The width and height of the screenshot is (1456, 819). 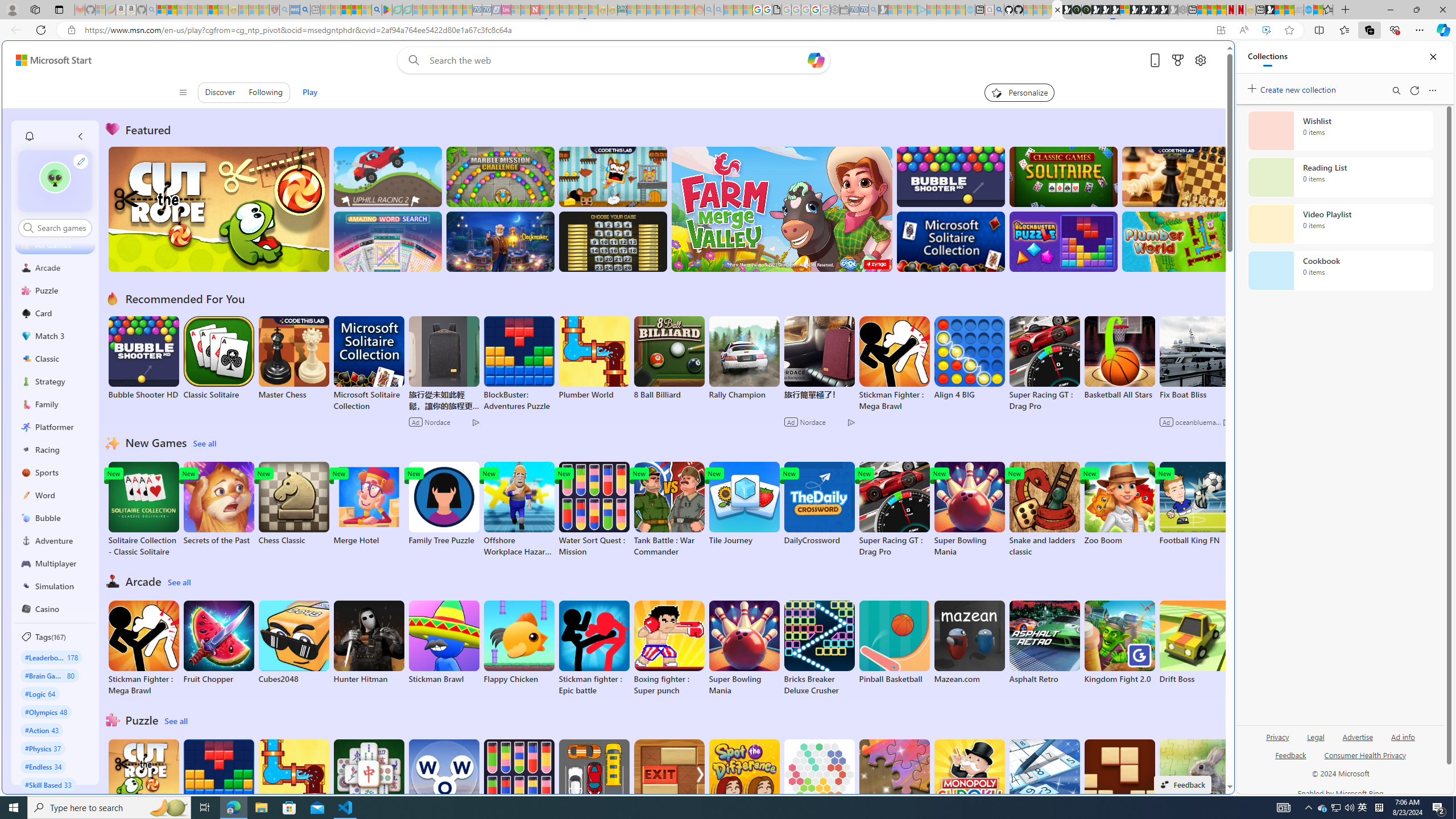 I want to click on 'Cookbook collection, 0 items', so click(x=1340, y=270).